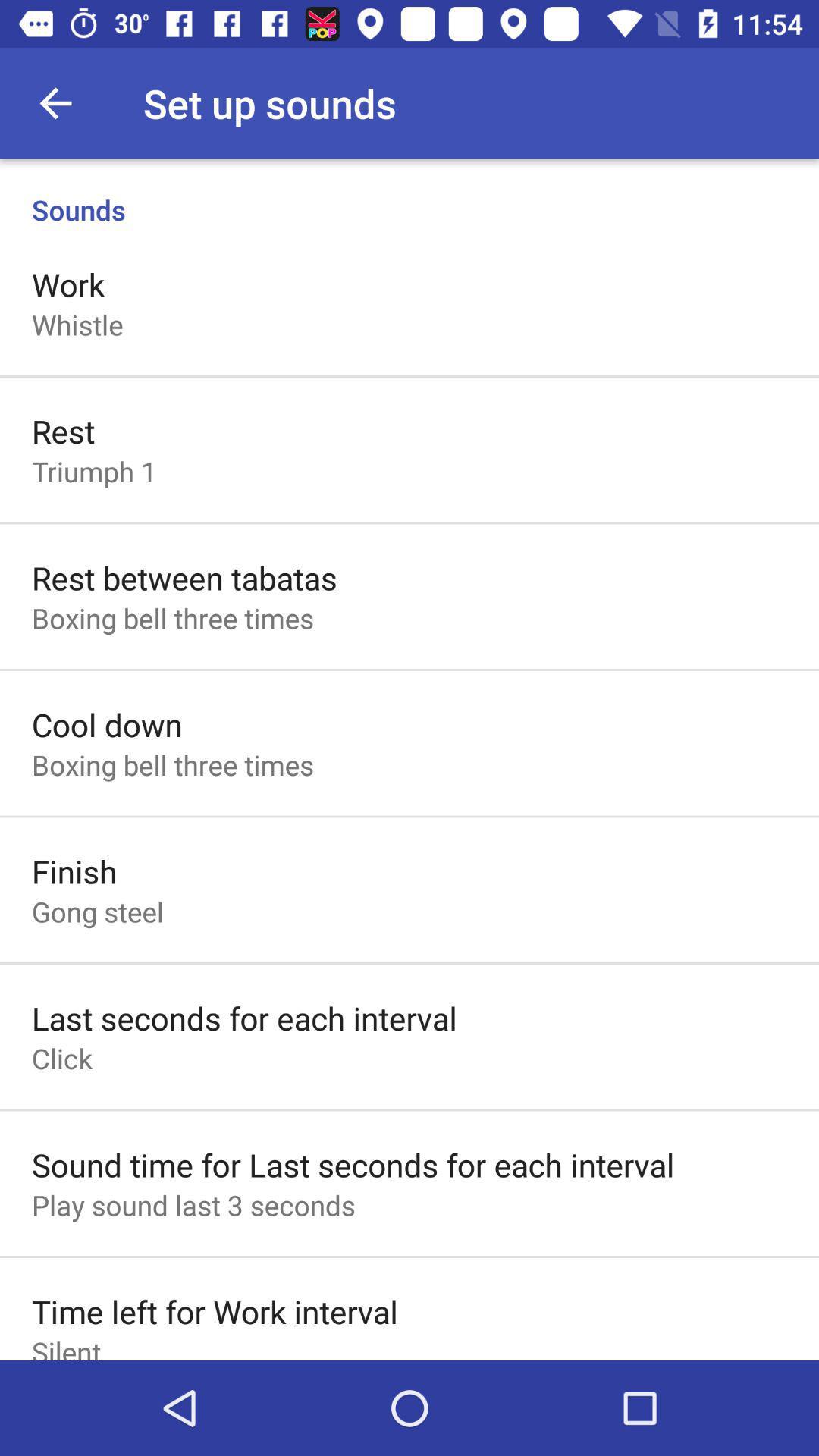  Describe the element at coordinates (55, 102) in the screenshot. I see `the icon next to the set up sounds` at that location.